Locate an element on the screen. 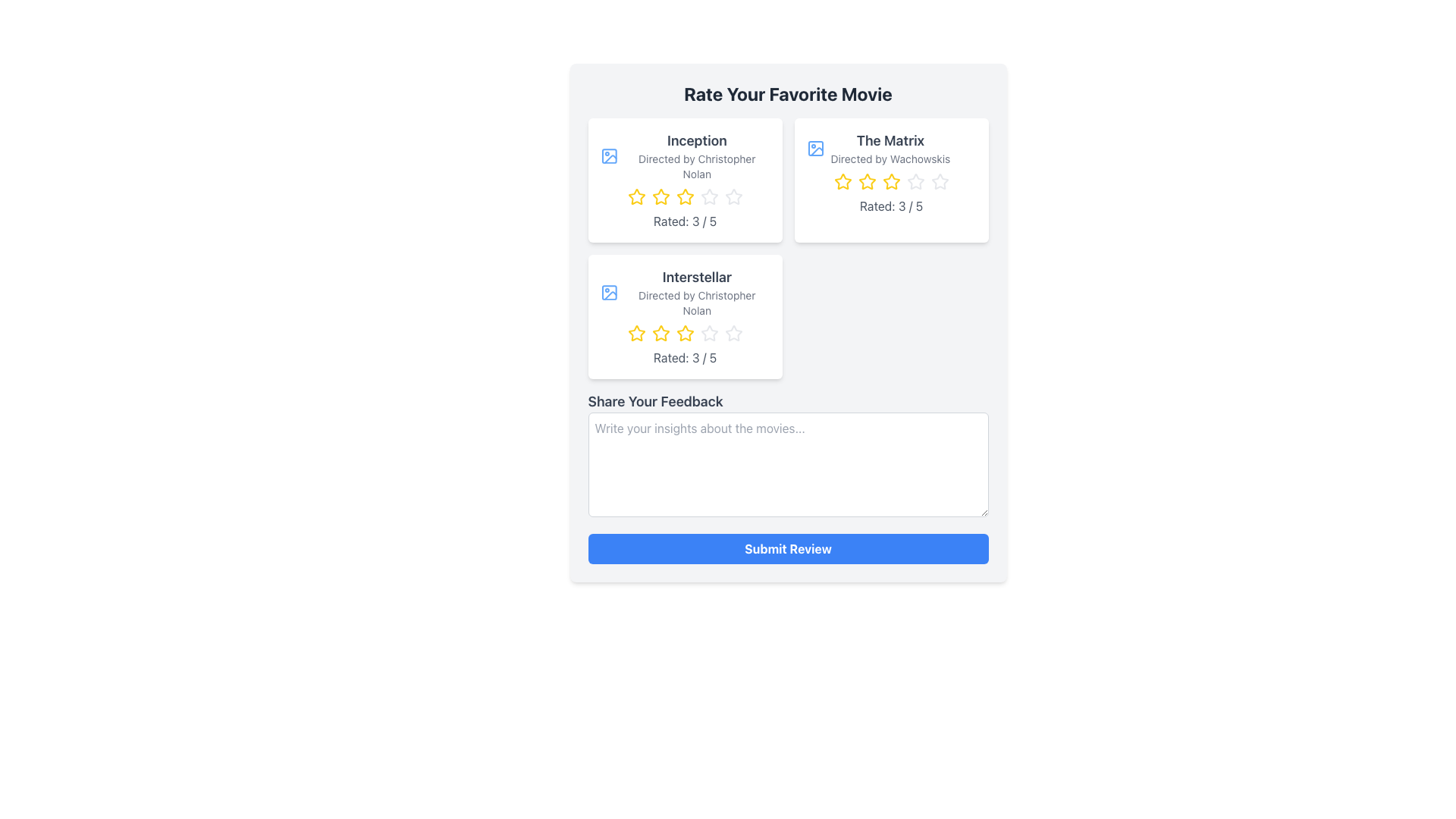 The height and width of the screenshot is (819, 1456). the Text Display element that shows the title and director of the movie 'The Matrix', located in the second card of the grid layout on the right is located at coordinates (890, 149).